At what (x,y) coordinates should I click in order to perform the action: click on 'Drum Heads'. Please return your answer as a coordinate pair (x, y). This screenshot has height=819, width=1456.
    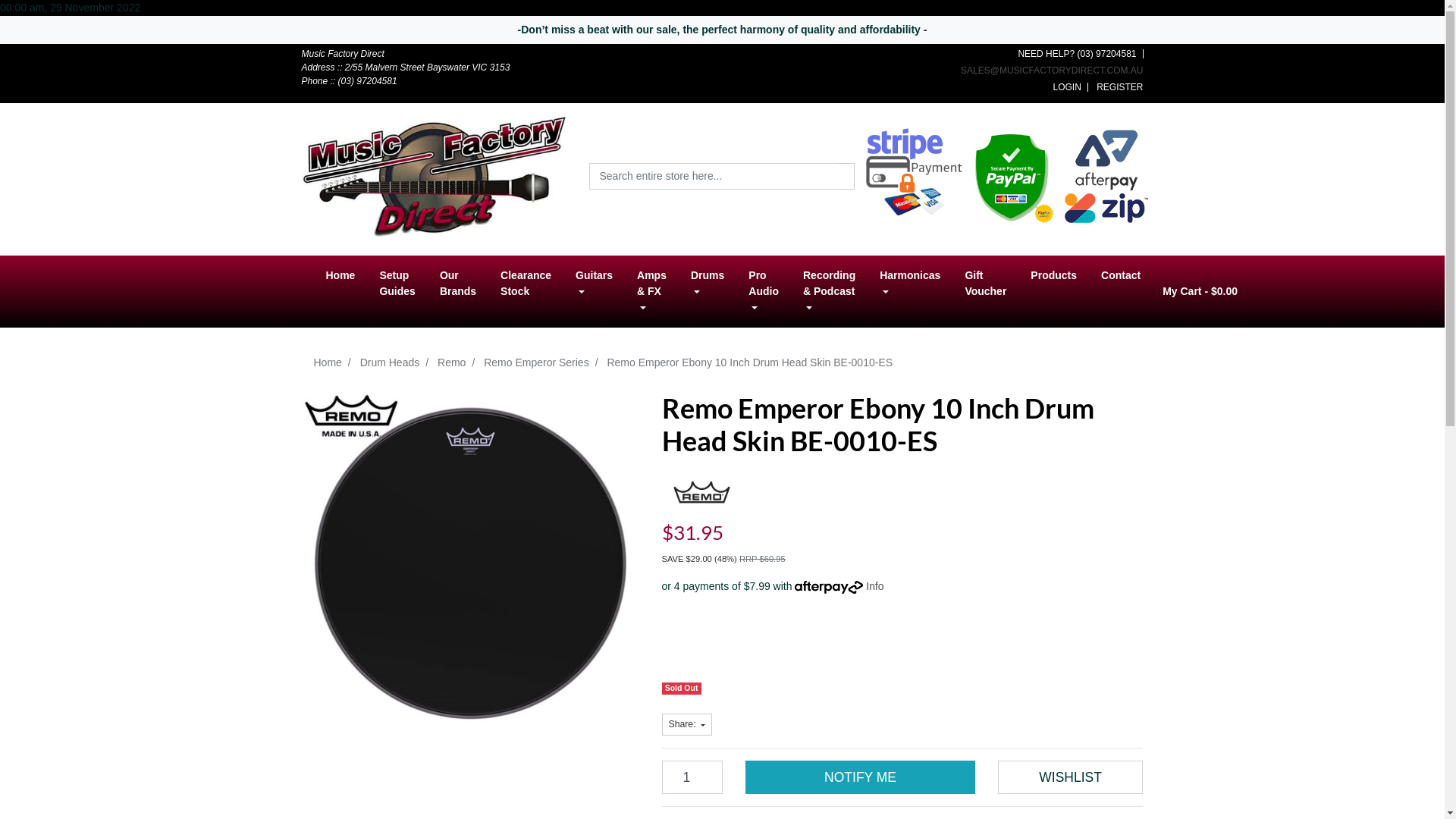
    Looking at the image, I should click on (390, 362).